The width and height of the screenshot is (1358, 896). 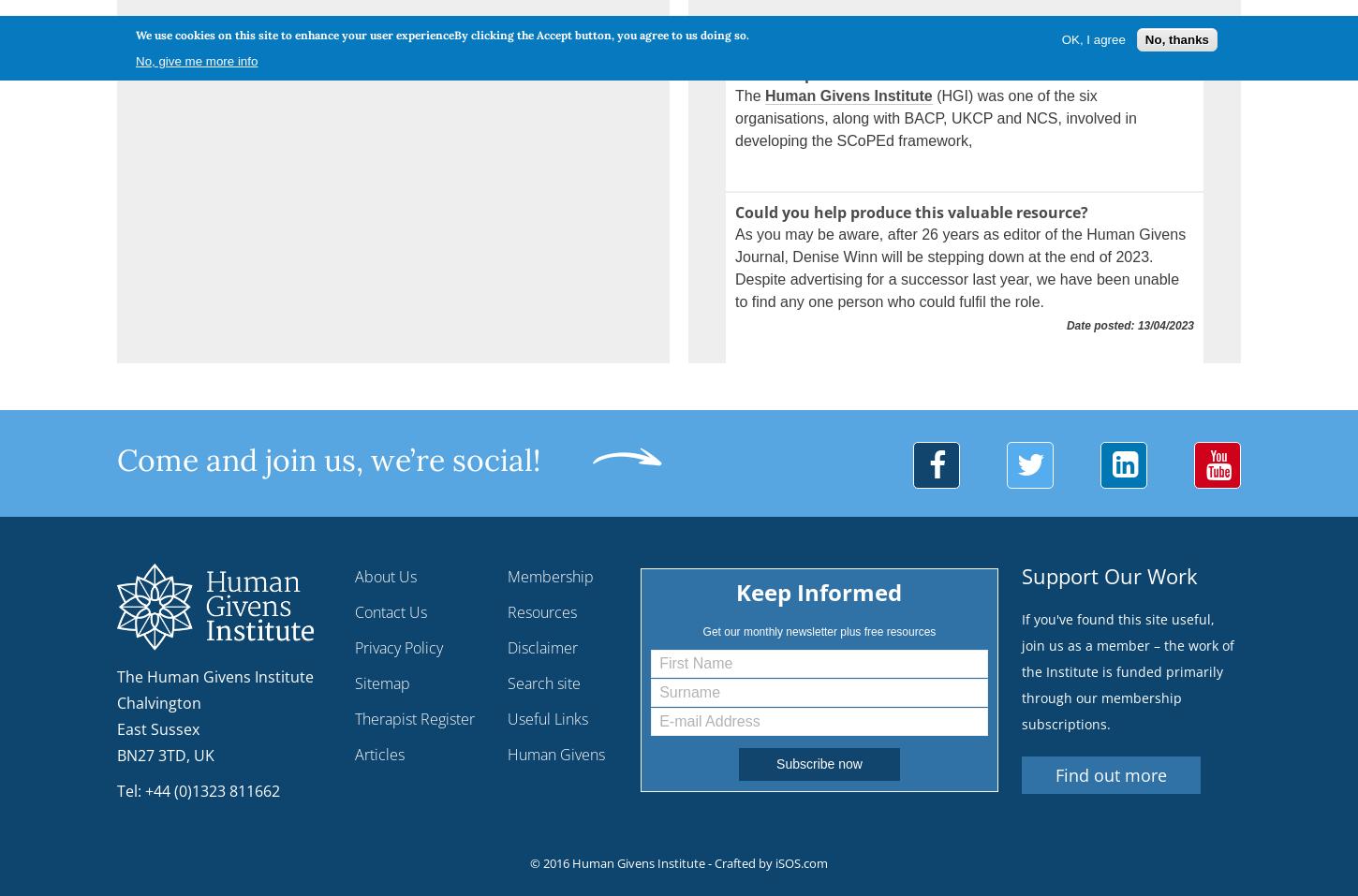 I want to click on 'Could you help produce this valuable resource?', so click(x=911, y=211).